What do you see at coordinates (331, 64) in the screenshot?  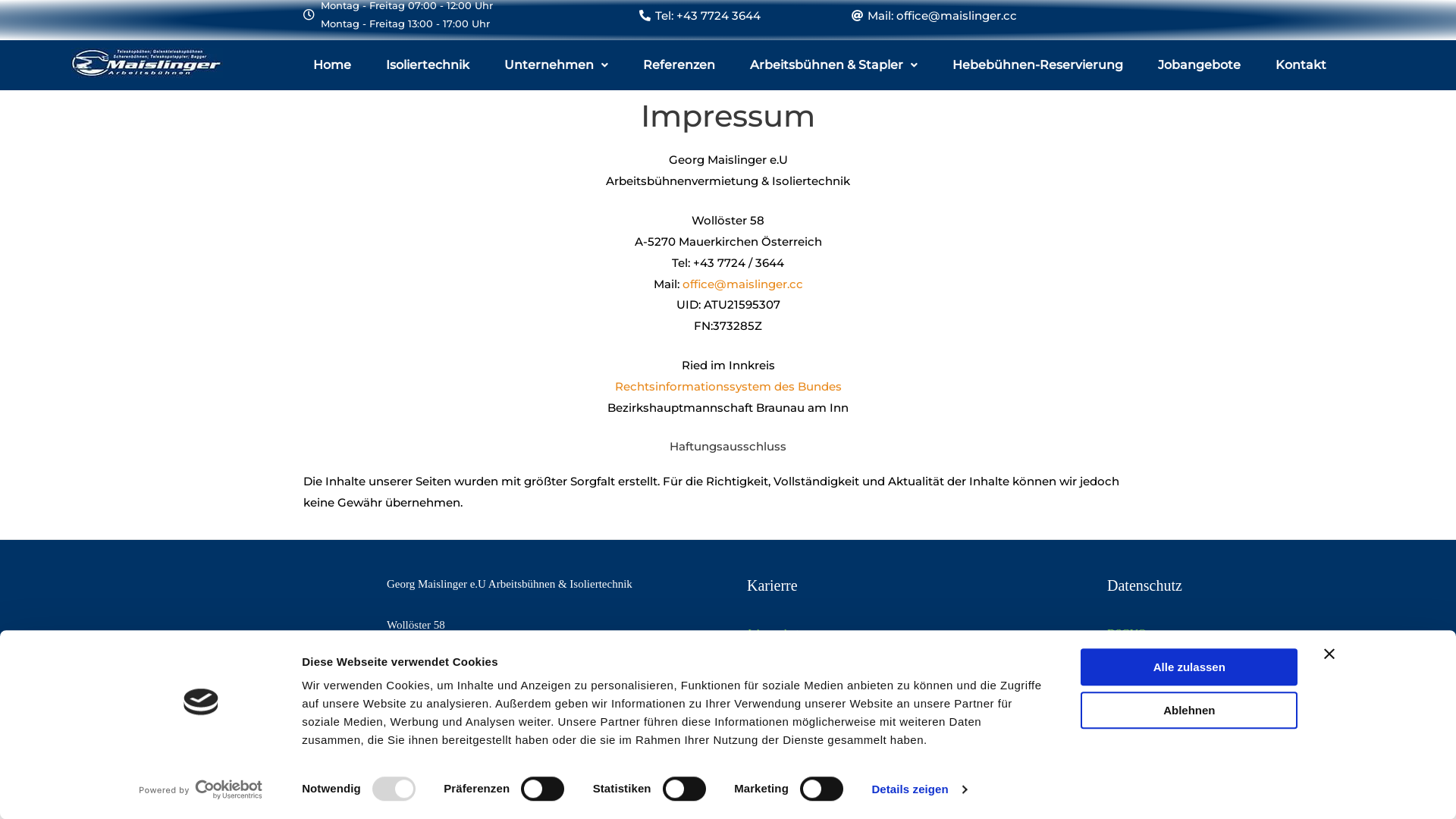 I see `'Home'` at bounding box center [331, 64].